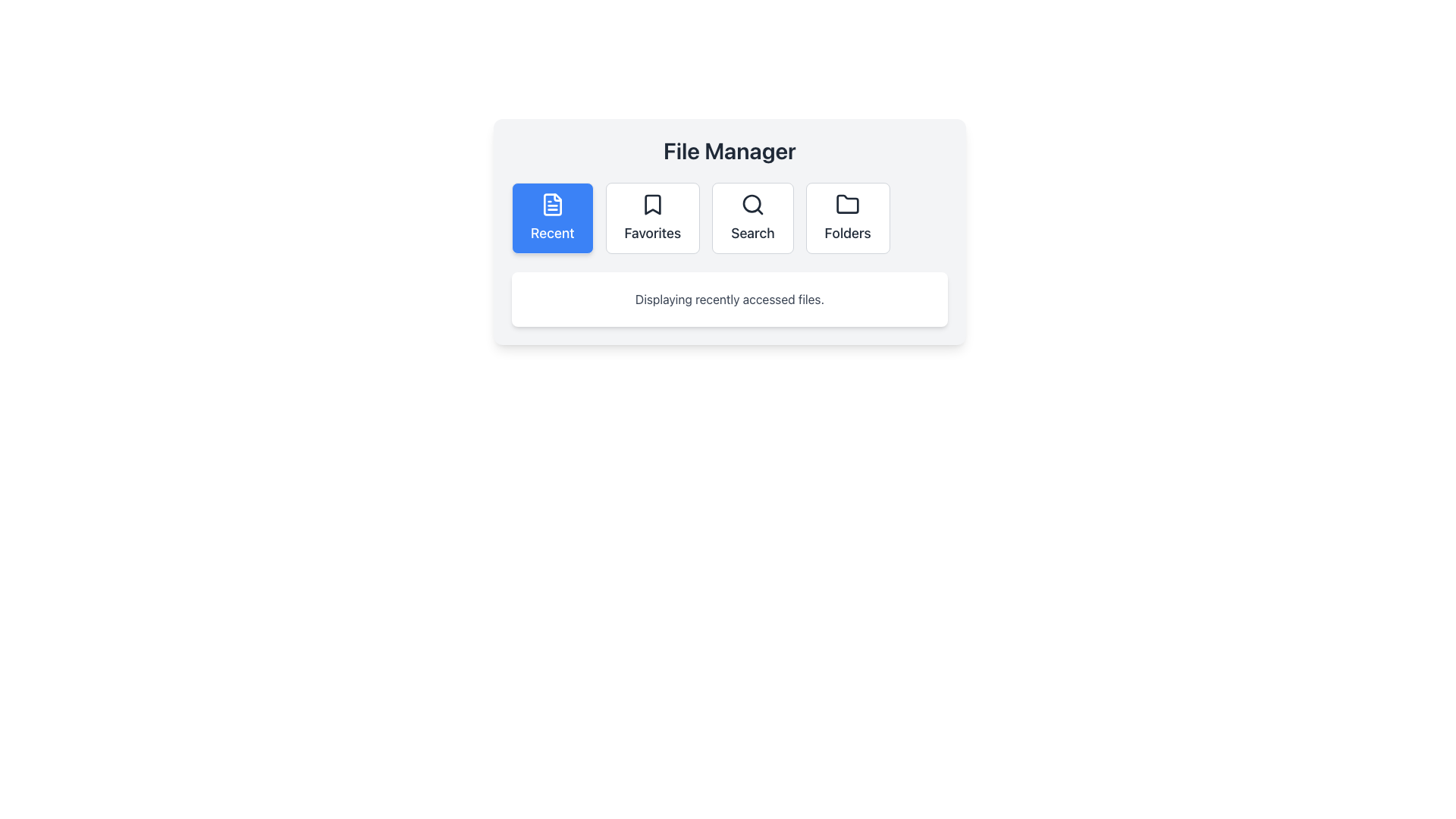 The height and width of the screenshot is (819, 1456). What do you see at coordinates (652, 205) in the screenshot?
I see `the bookmark icon representing the 'Favorites' feature, located at the top-center of the 'Favorites' button, which is the second button in the horizontal set below the 'File Manager' title` at bounding box center [652, 205].